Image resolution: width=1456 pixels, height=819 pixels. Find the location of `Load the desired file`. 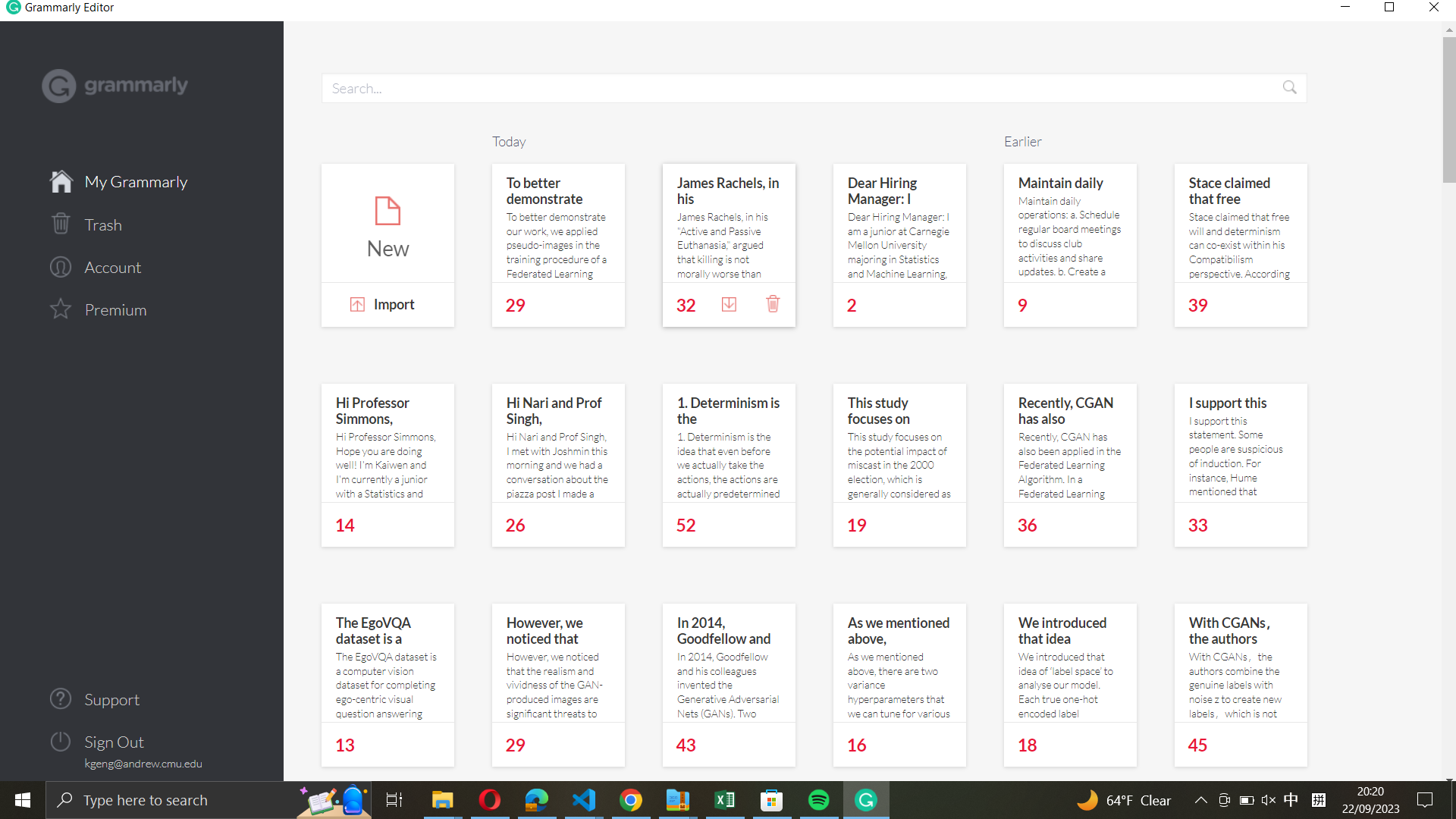

Load the desired file is located at coordinates (387, 306).